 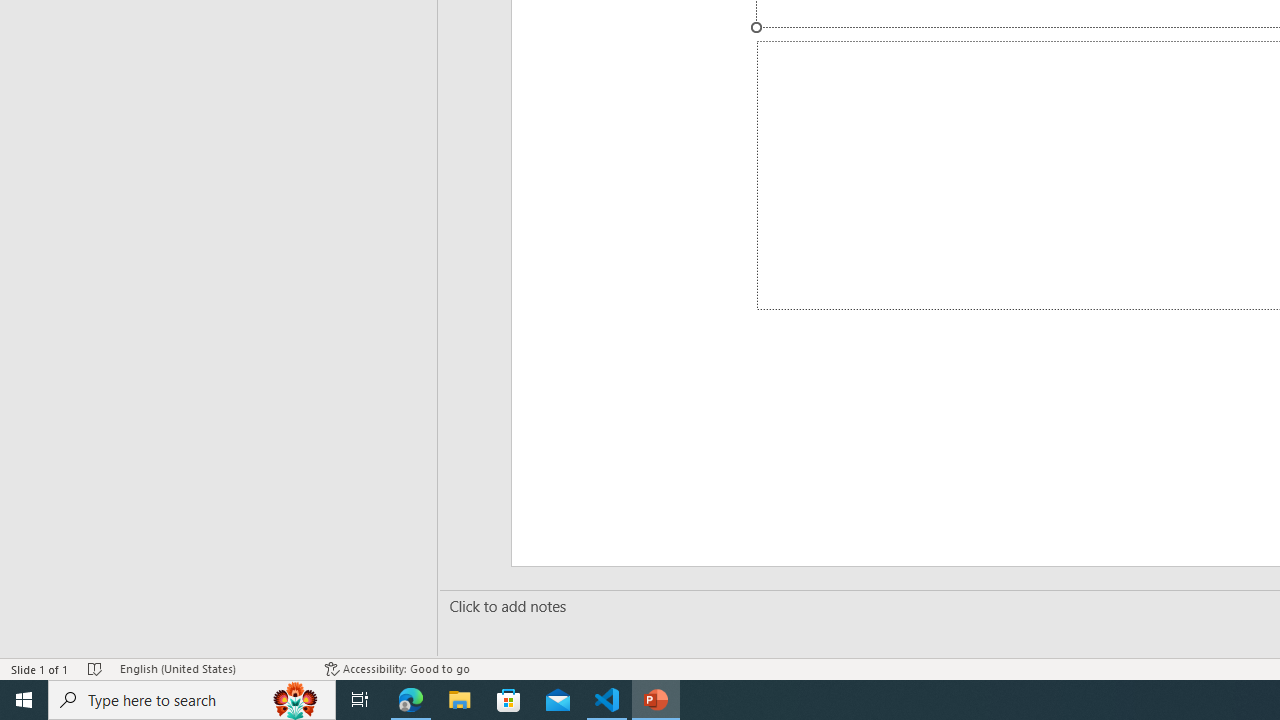 I want to click on 'Spell Check No Errors', so click(x=95, y=669).